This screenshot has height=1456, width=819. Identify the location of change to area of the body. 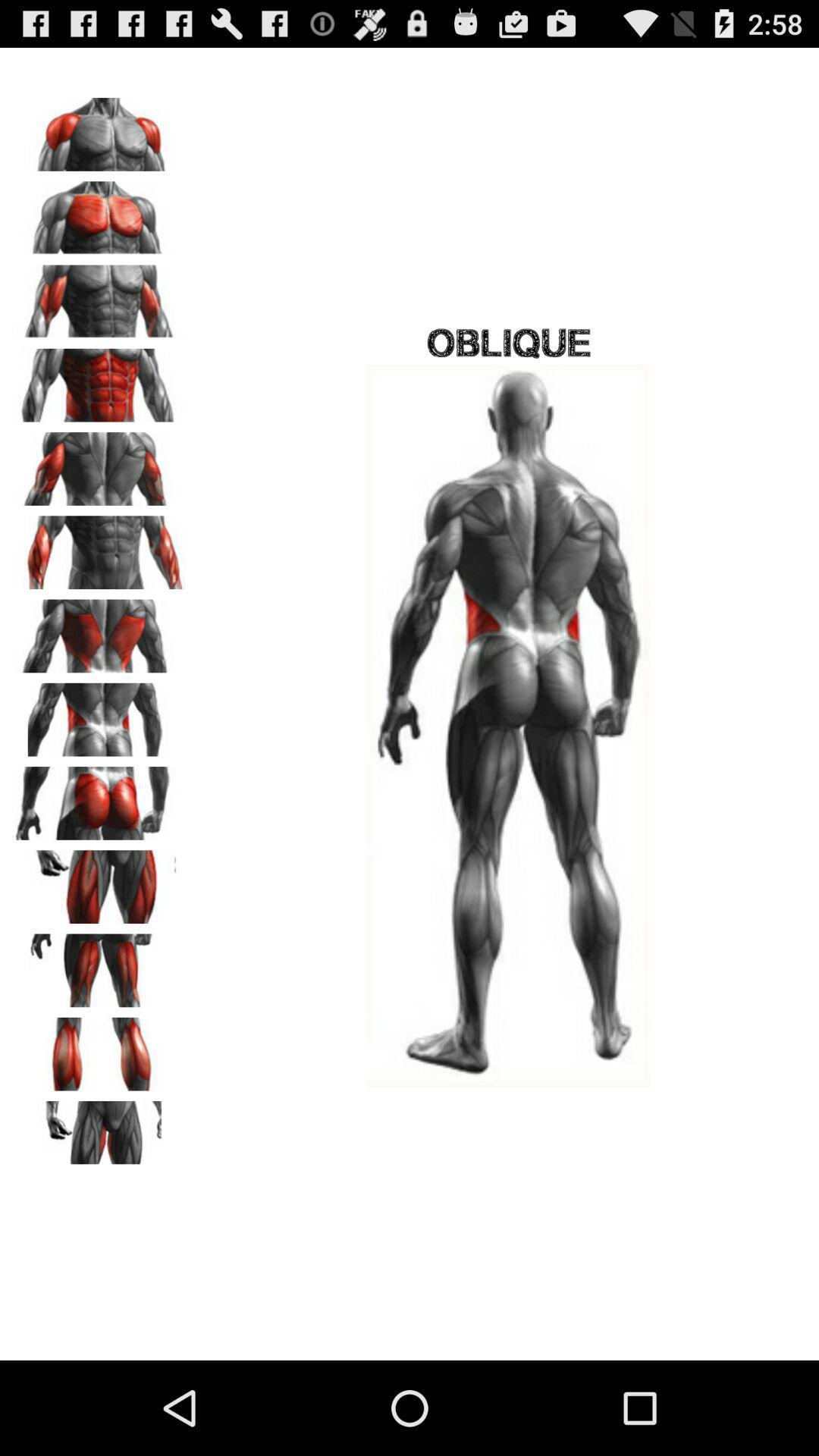
(99, 965).